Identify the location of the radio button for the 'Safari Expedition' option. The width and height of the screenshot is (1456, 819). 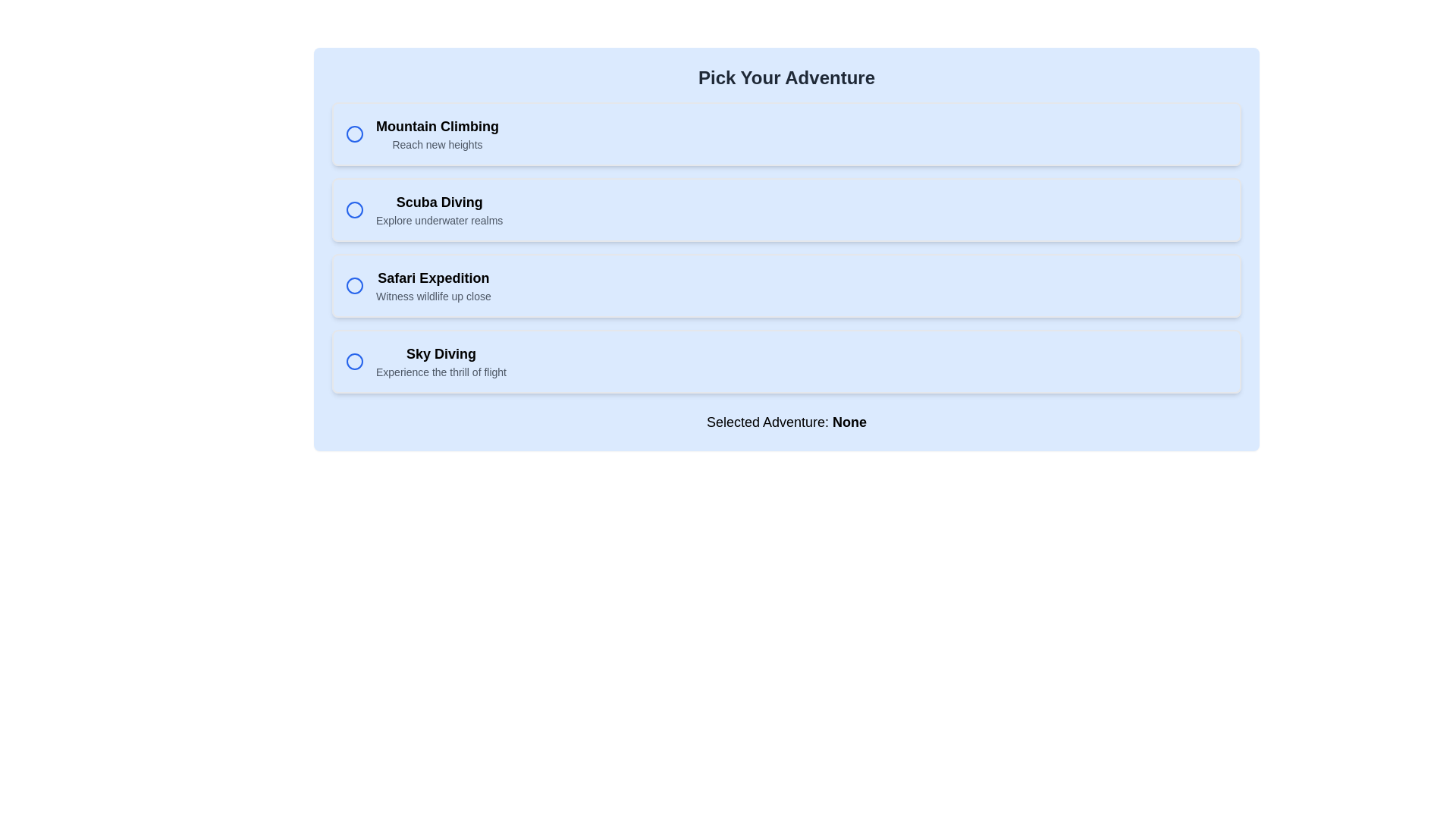
(353, 286).